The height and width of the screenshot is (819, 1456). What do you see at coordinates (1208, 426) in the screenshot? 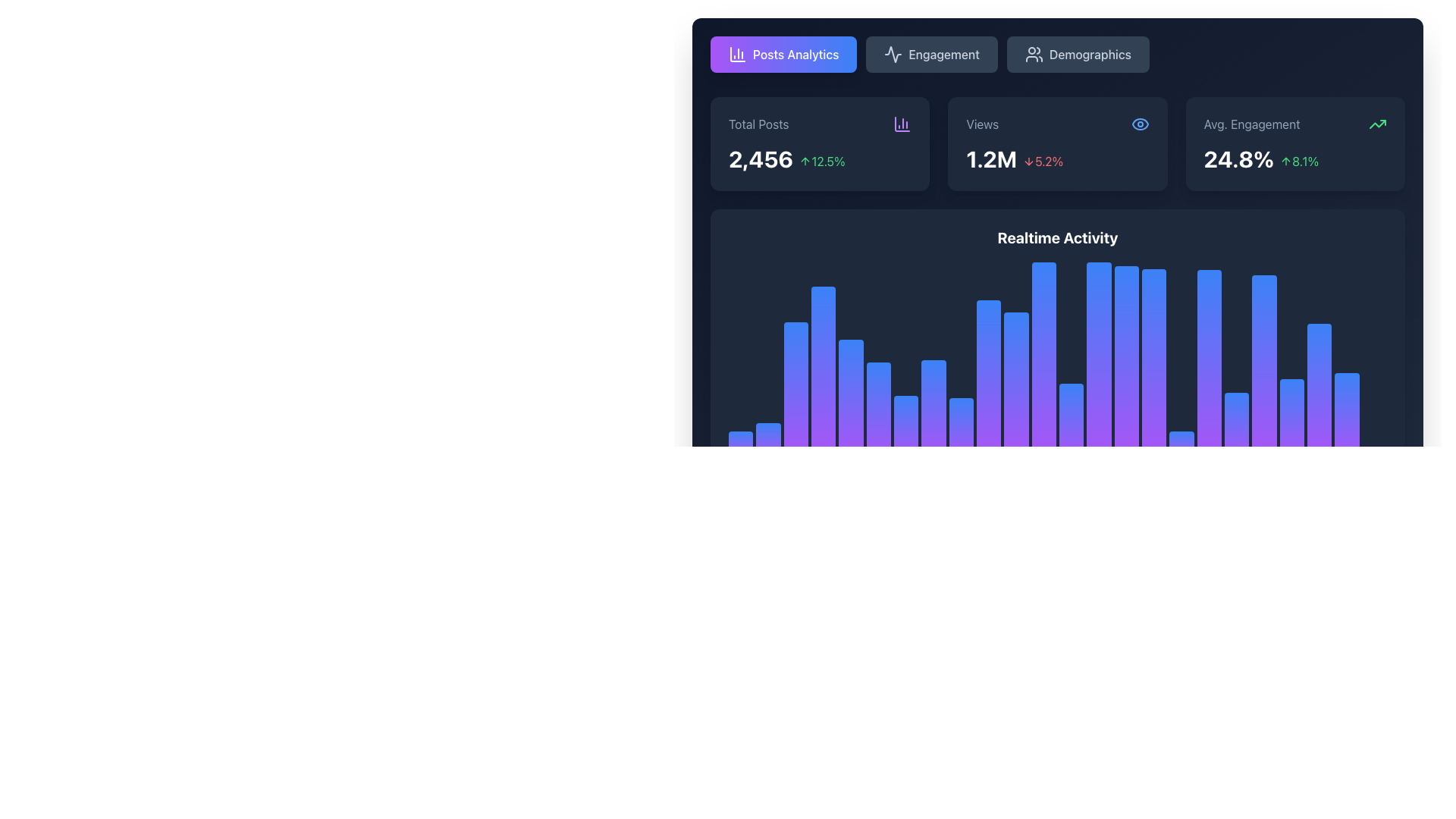
I see `the rectangular Graph bar with a gradient from purple to blue, located in the 18th position from the left within a group of similar bars` at bounding box center [1208, 426].